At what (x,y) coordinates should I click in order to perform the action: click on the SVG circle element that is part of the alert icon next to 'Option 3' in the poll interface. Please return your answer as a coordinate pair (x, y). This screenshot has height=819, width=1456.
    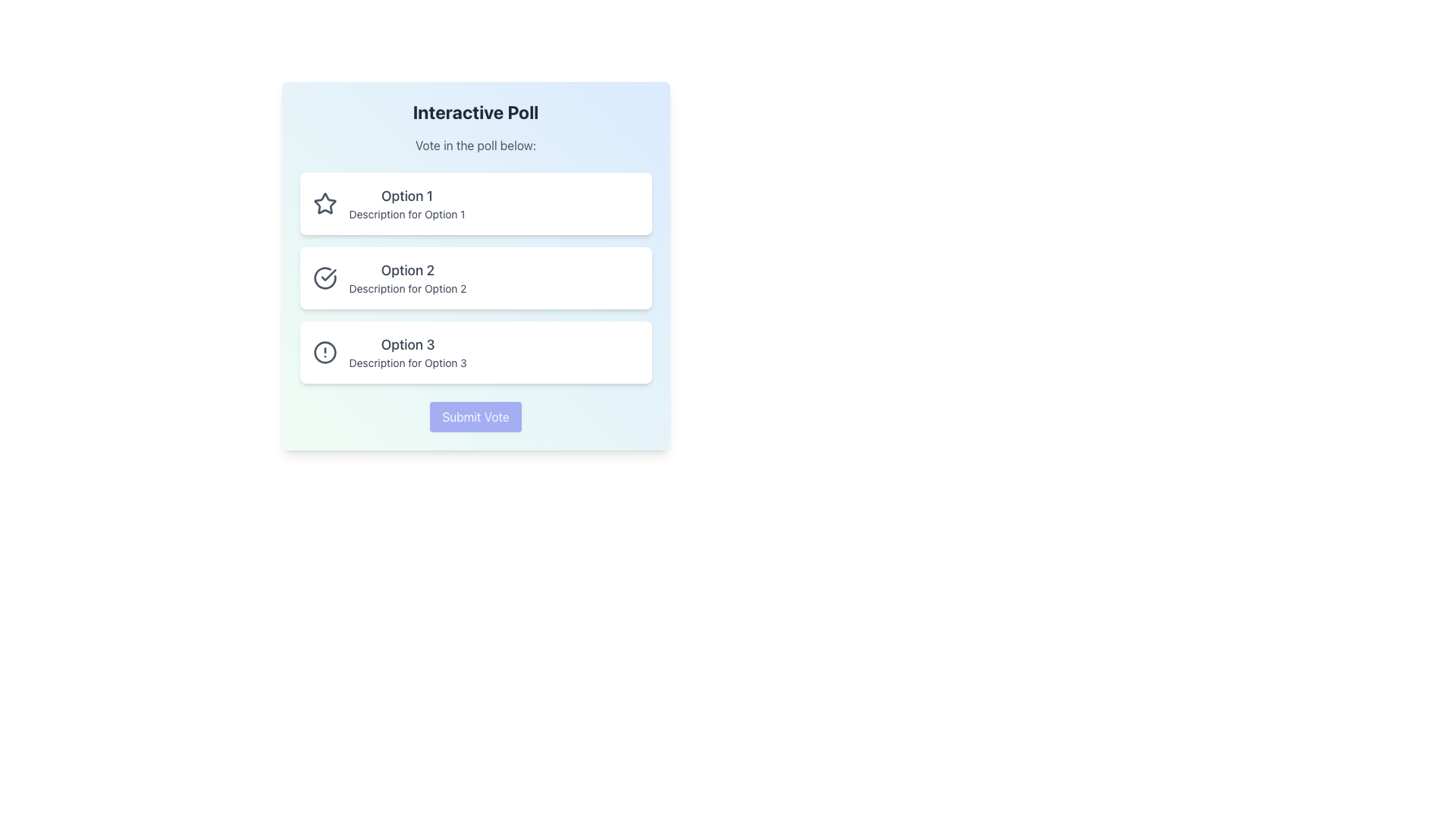
    Looking at the image, I should click on (324, 353).